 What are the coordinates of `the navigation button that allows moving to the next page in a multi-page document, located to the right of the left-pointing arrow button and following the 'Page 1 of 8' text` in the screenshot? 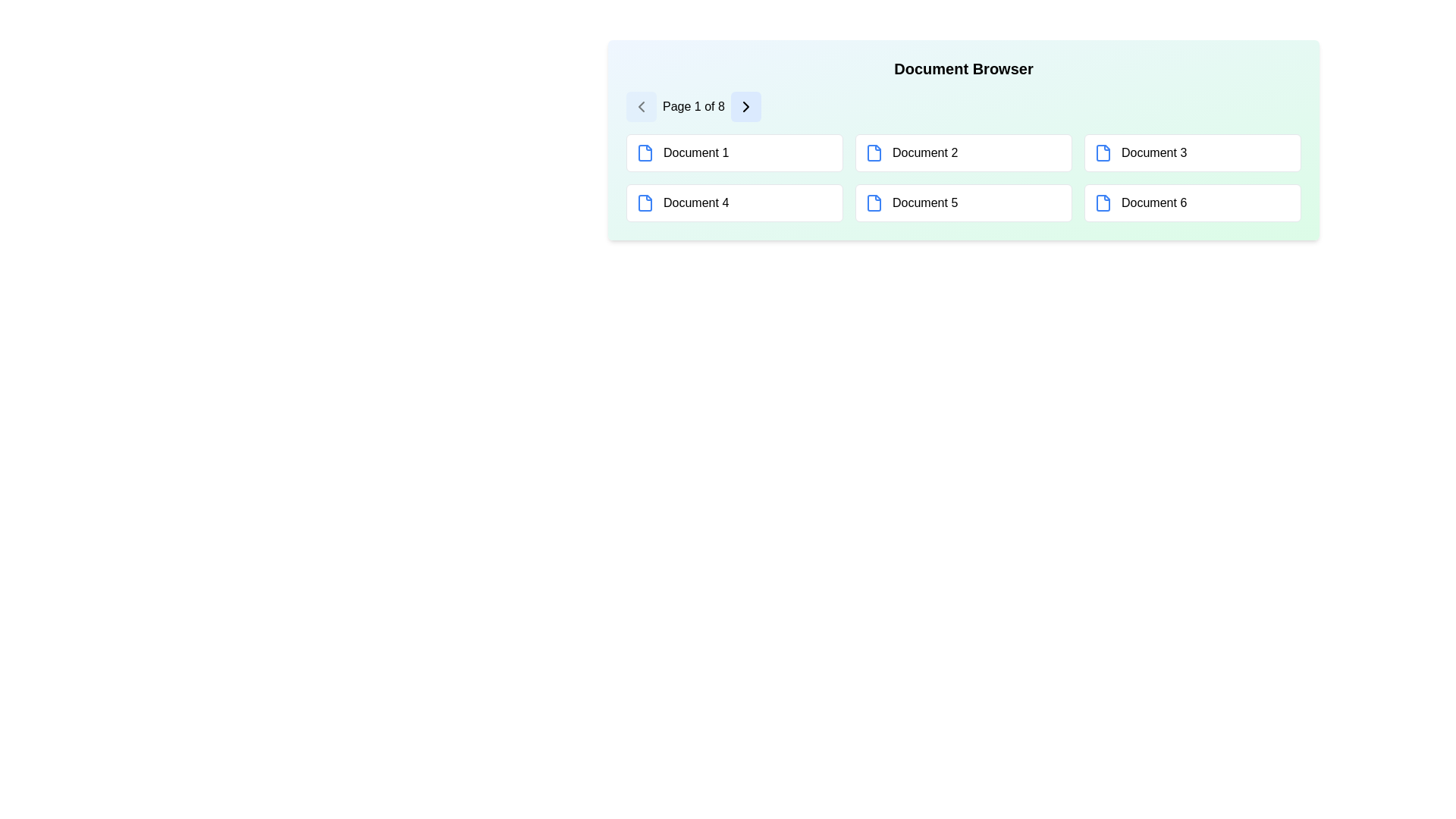 It's located at (745, 106).